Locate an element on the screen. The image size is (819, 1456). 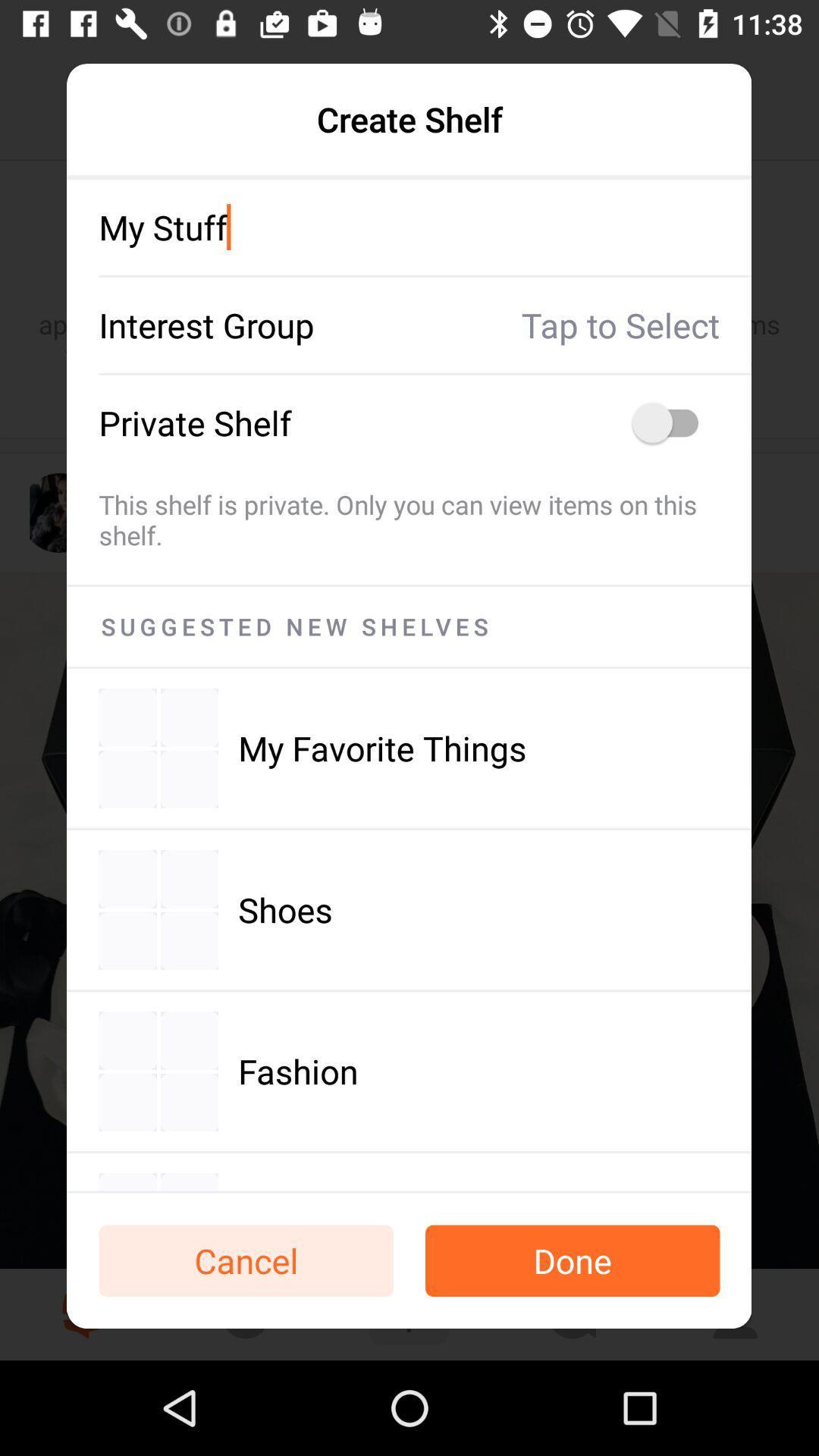
on is located at coordinates (672, 422).